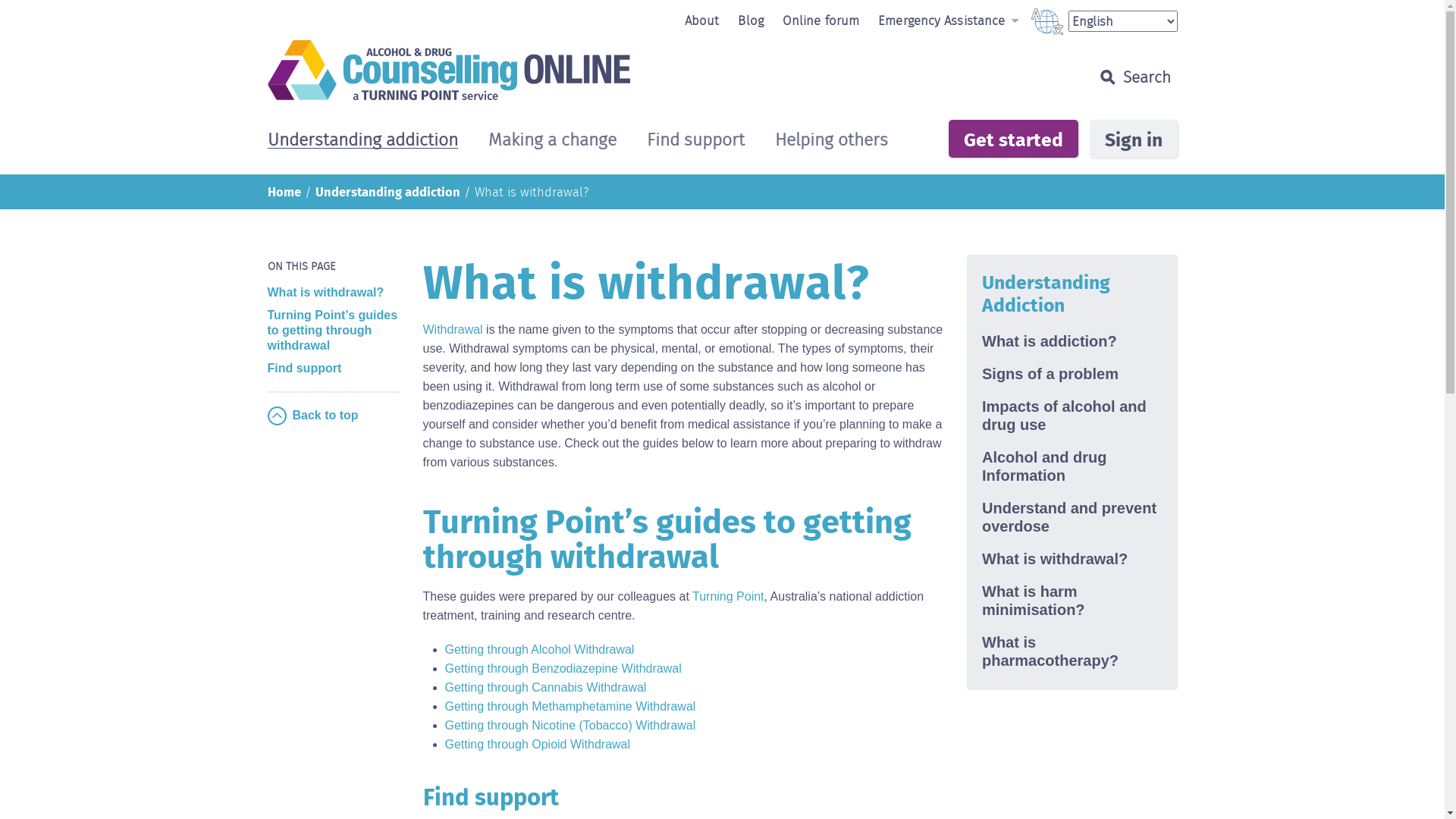  Describe the element at coordinates (266, 415) in the screenshot. I see `'Back to top'` at that location.